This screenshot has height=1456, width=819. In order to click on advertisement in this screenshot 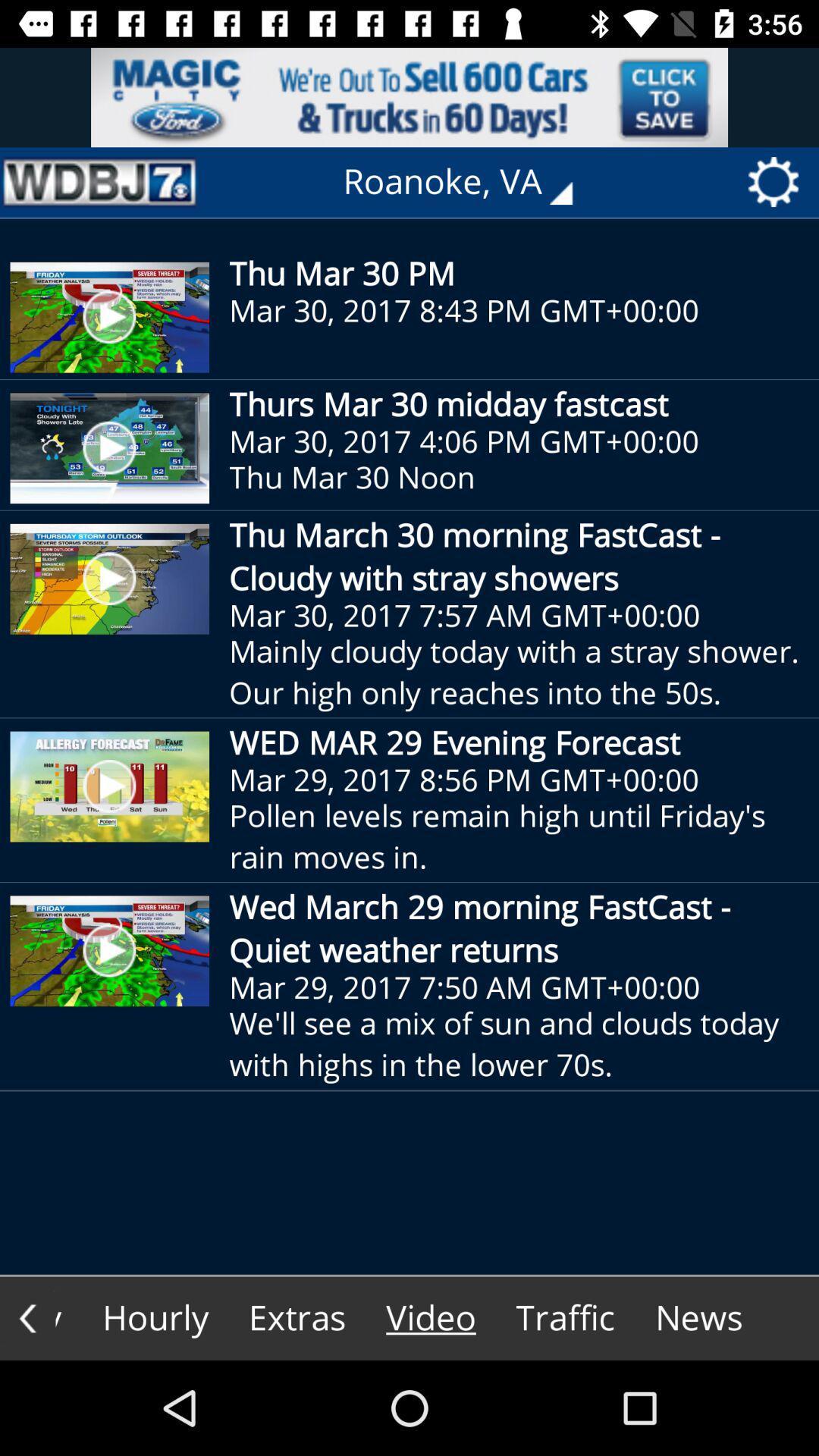, I will do `click(409, 96)`.